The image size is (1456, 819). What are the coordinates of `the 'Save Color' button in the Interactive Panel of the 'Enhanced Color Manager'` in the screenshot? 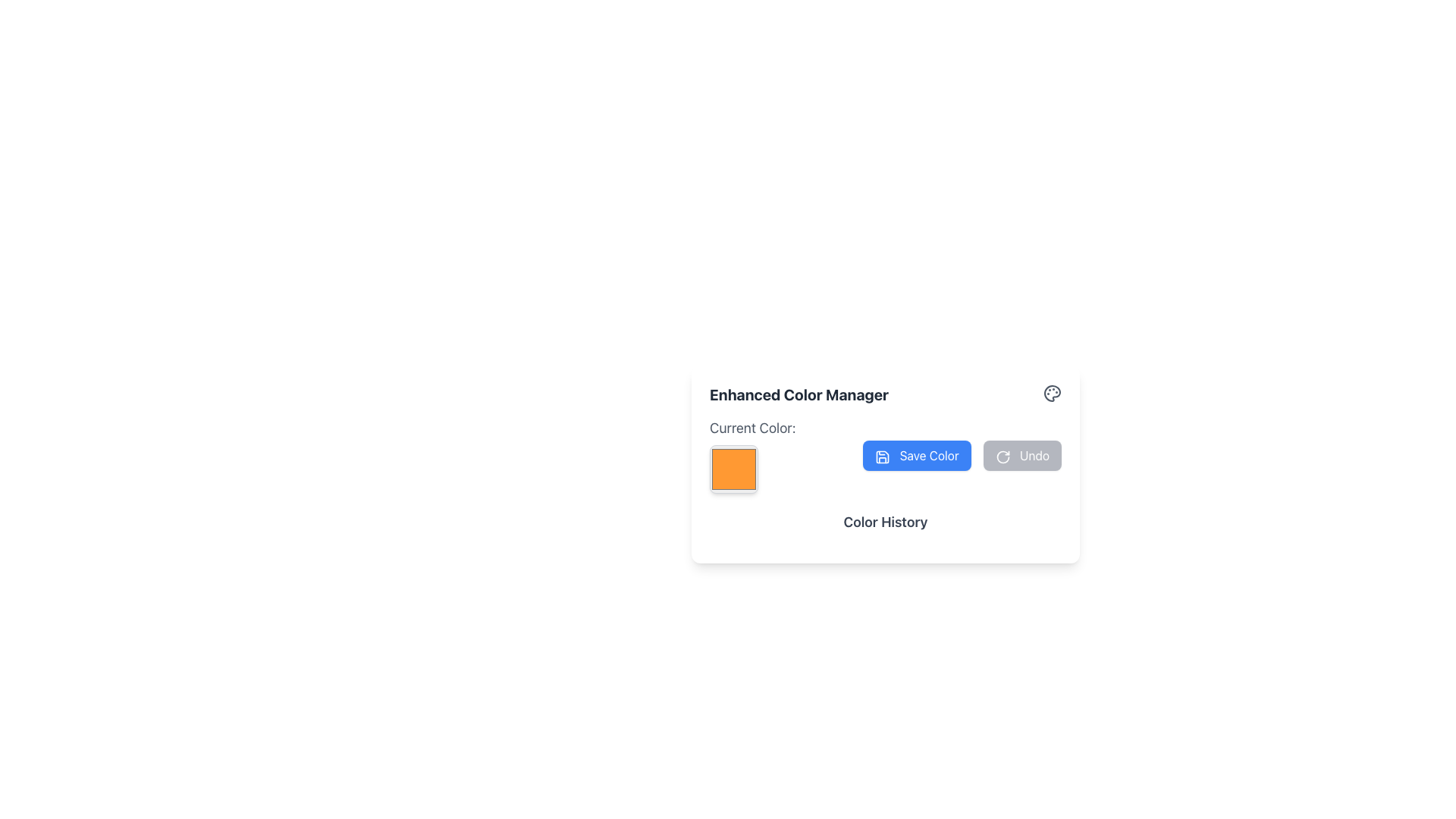 It's located at (885, 455).